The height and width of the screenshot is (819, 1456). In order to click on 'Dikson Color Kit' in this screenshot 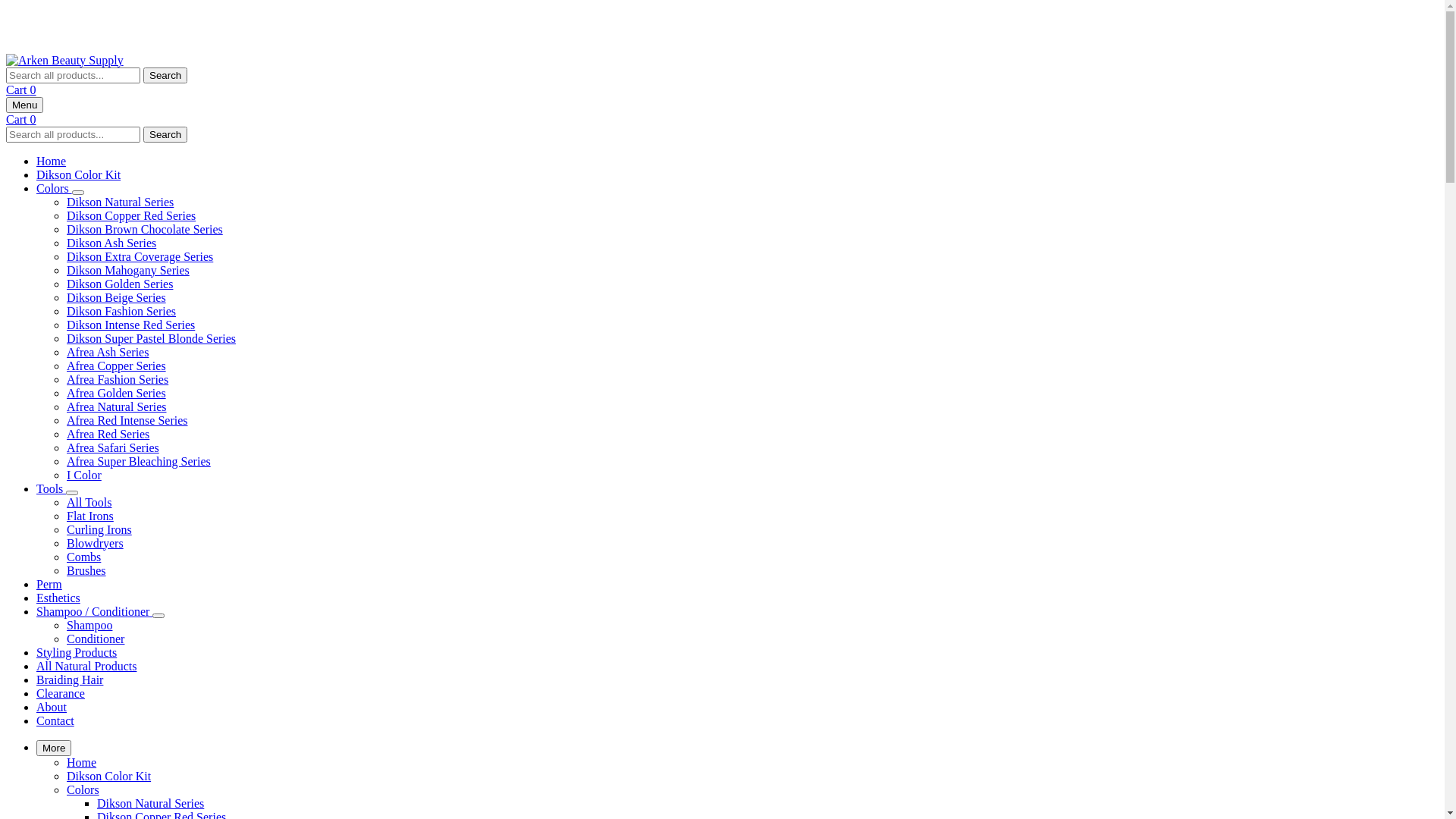, I will do `click(65, 775)`.